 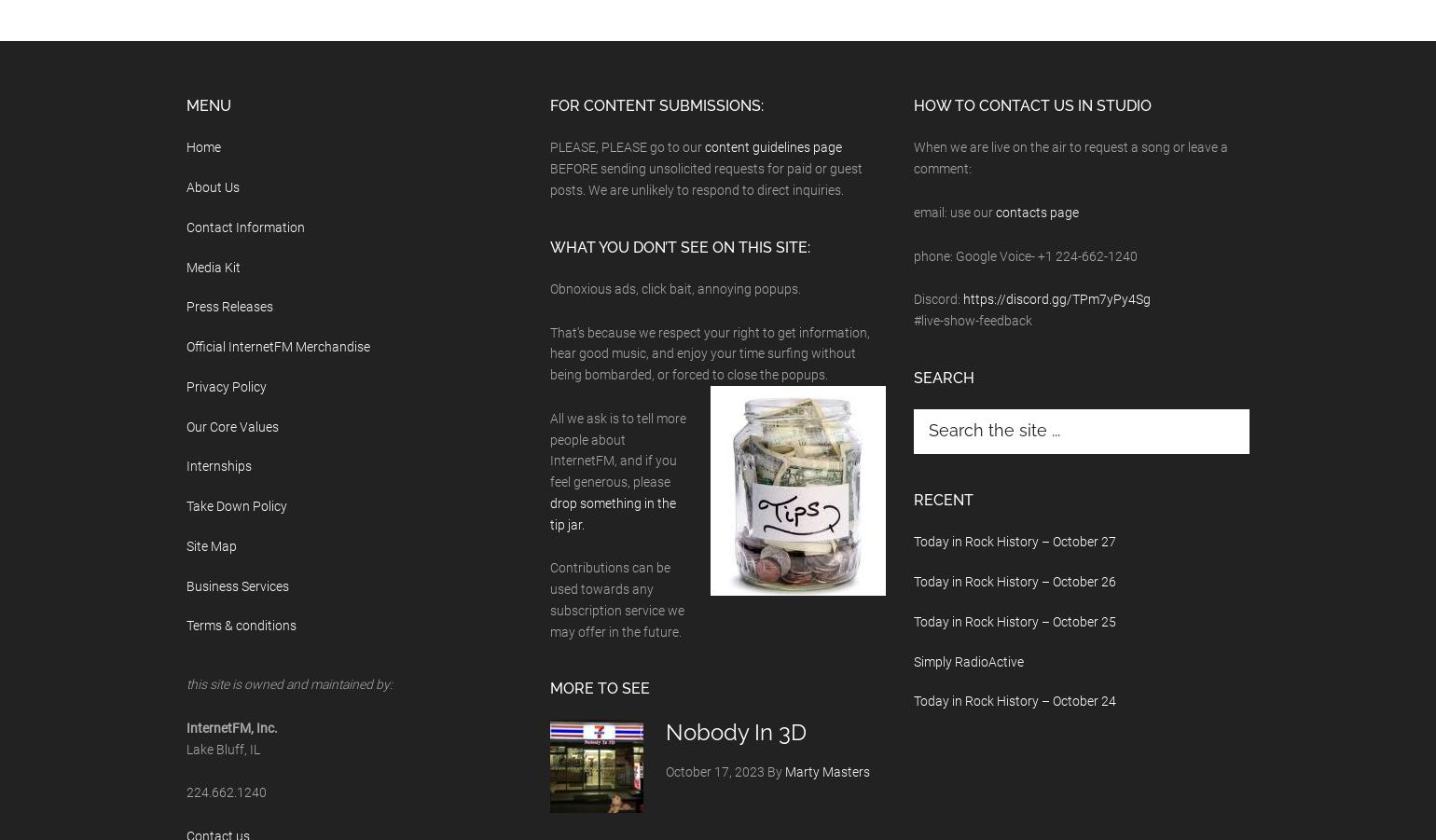 I want to click on 'https://discord.gg/TPm7yPy4Sg', so click(x=1056, y=299).